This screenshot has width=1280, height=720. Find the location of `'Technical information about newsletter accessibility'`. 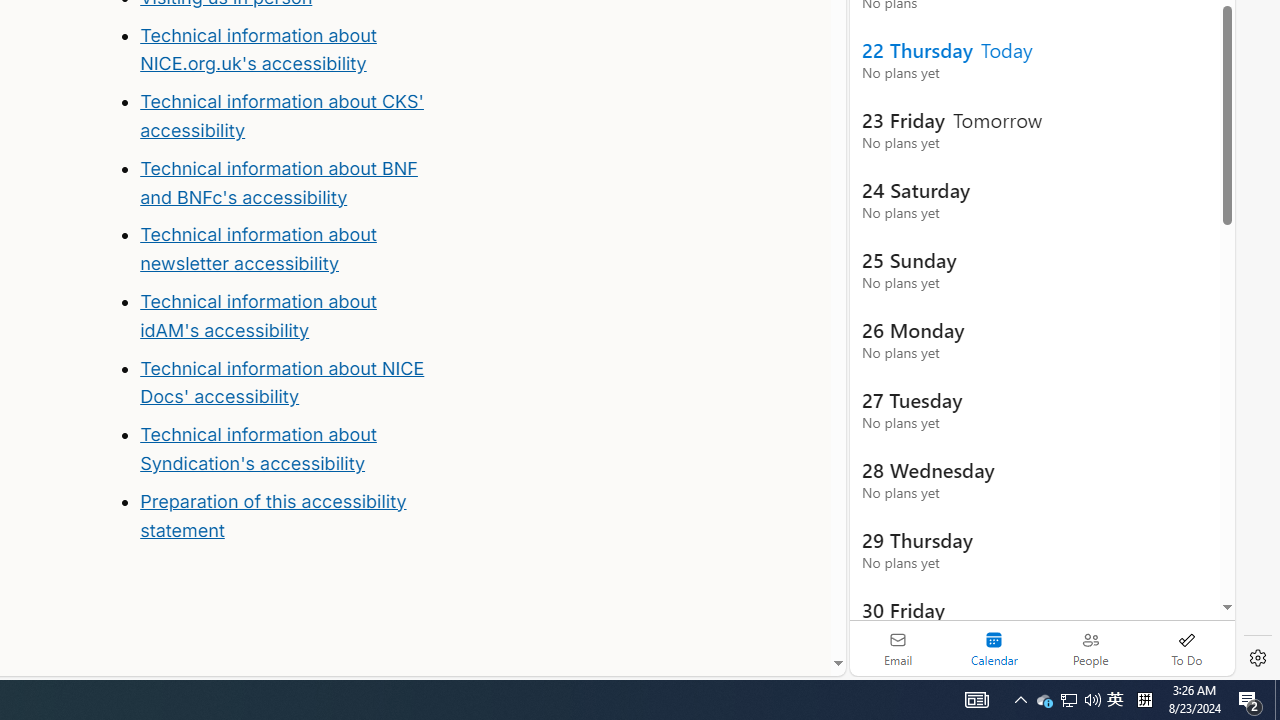

'Technical information about newsletter accessibility' is located at coordinates (257, 248).